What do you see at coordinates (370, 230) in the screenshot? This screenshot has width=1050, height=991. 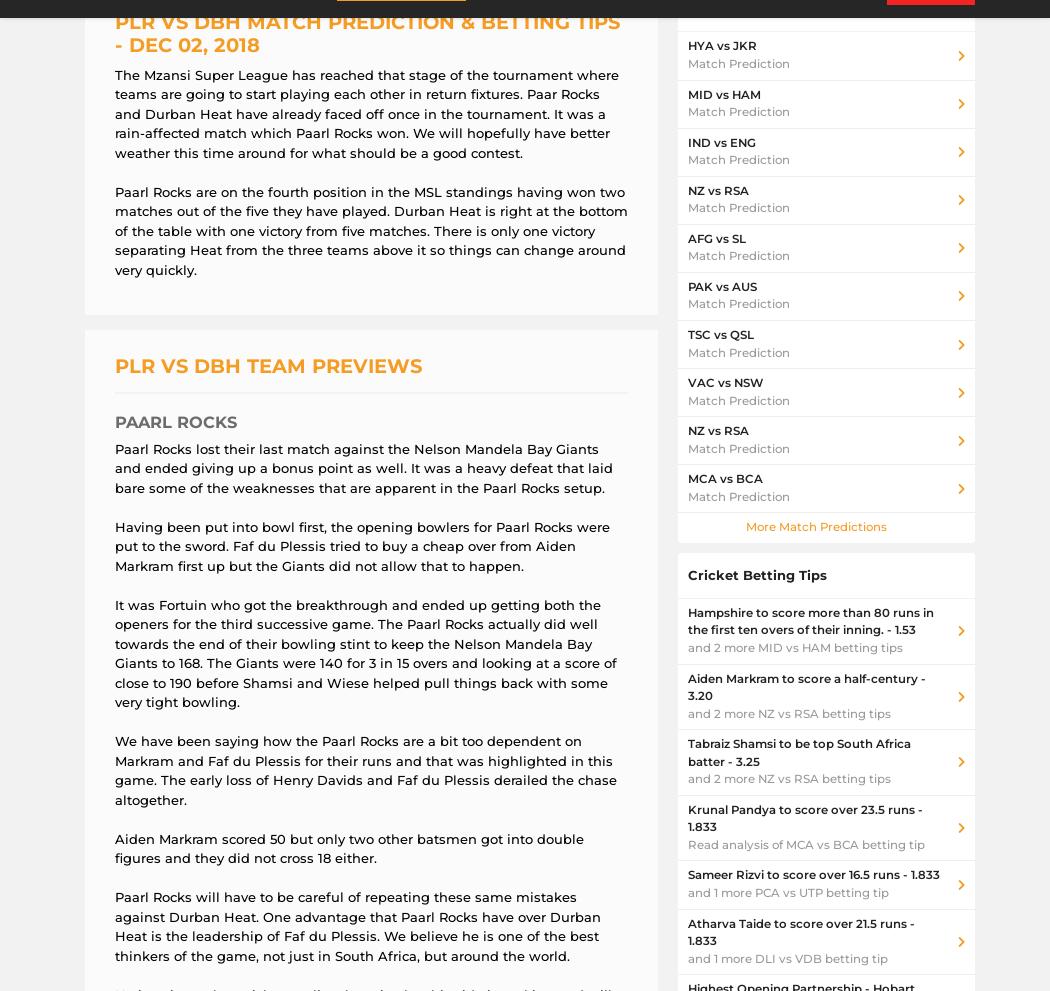 I see `'Paarl Rocks are on the fourth position in the MSL standings having won two matches out of the five they have played. Durban Heat is right at the bottom of the table with one victory from five matches. There is only one victory separating Heat from the three teams above it so things can change around very quickly.'` at bounding box center [370, 230].